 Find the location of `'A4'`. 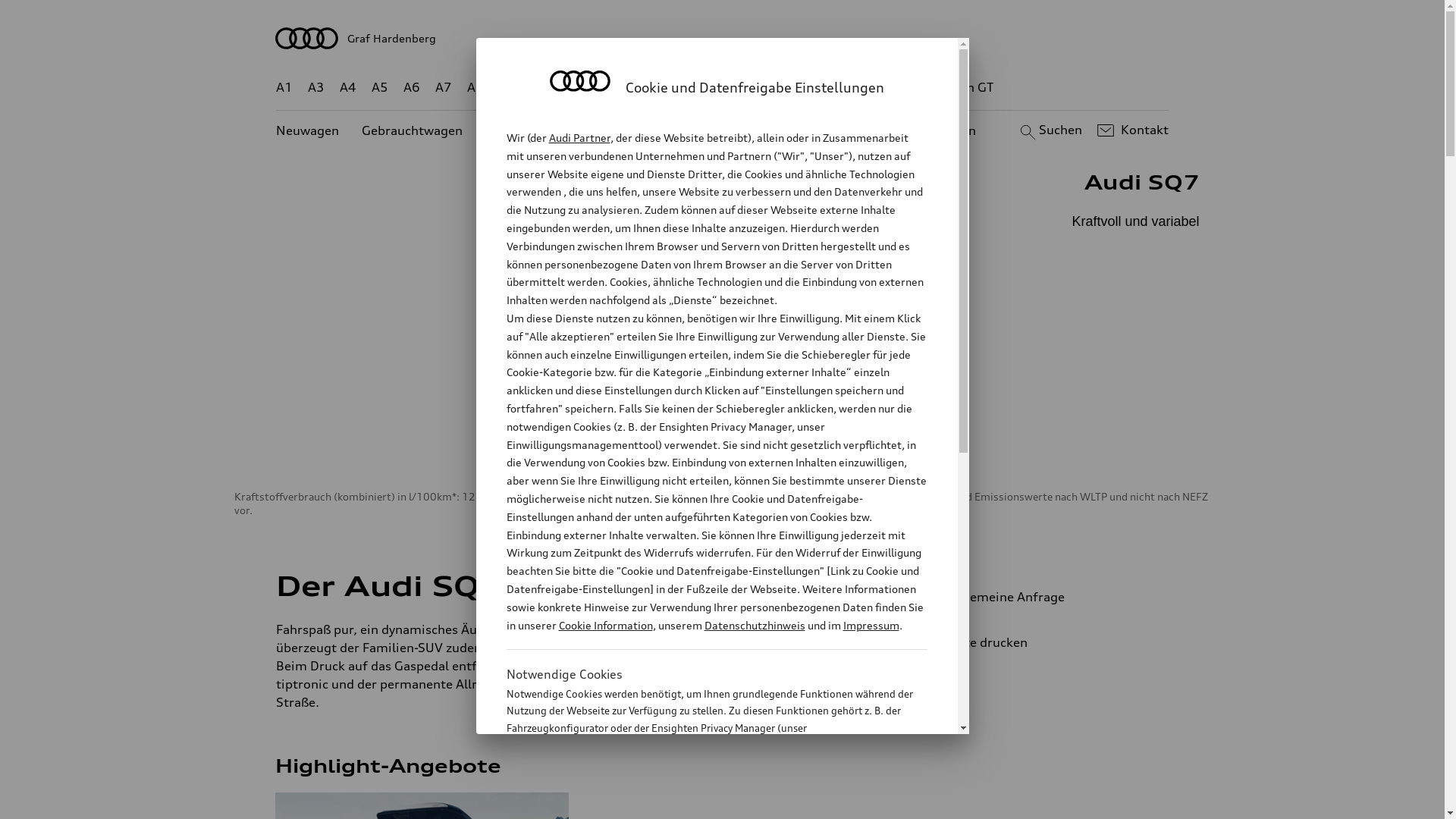

'A4' is located at coordinates (338, 87).